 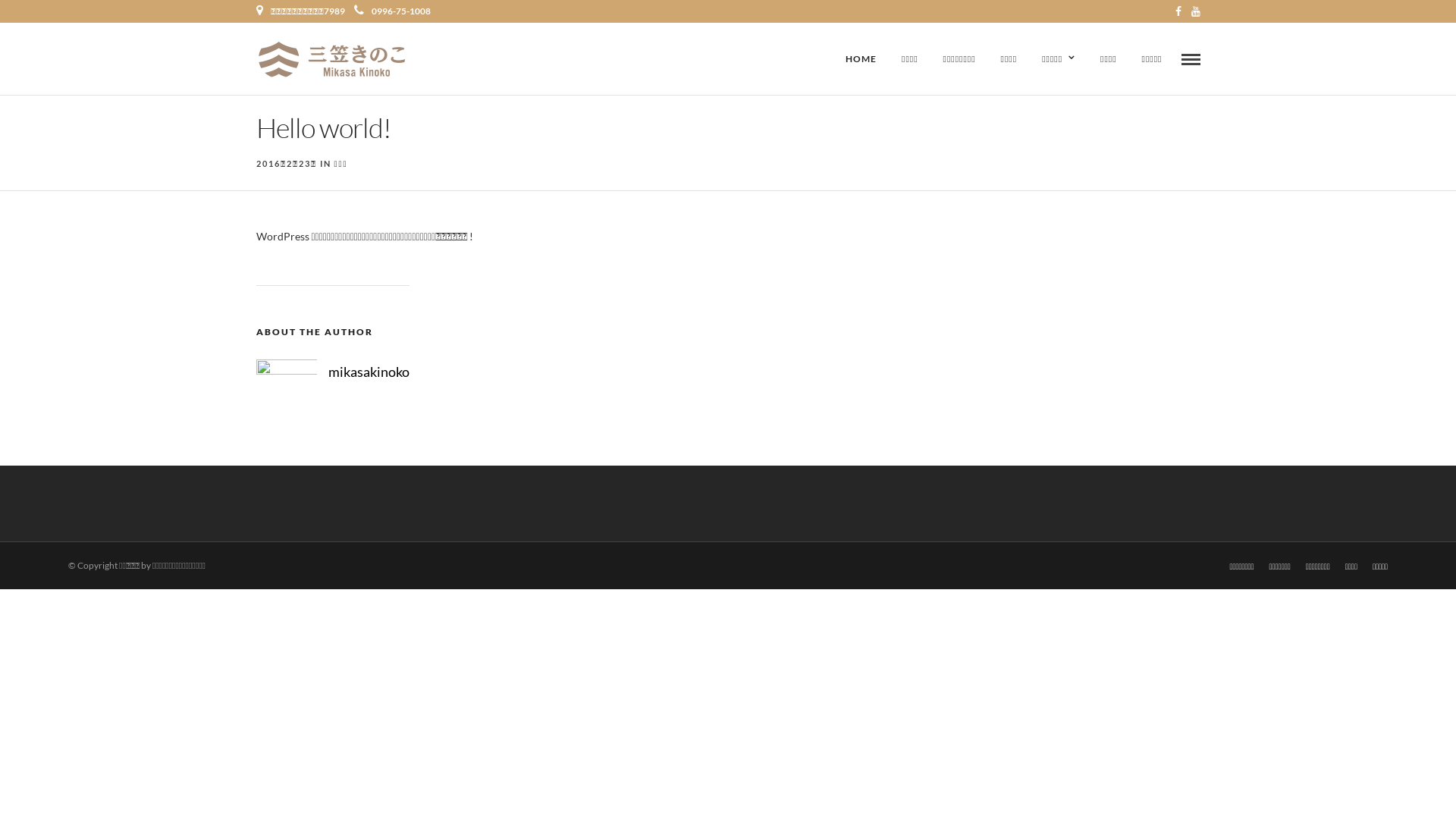 I want to click on 'HOME', so click(x=833, y=58).